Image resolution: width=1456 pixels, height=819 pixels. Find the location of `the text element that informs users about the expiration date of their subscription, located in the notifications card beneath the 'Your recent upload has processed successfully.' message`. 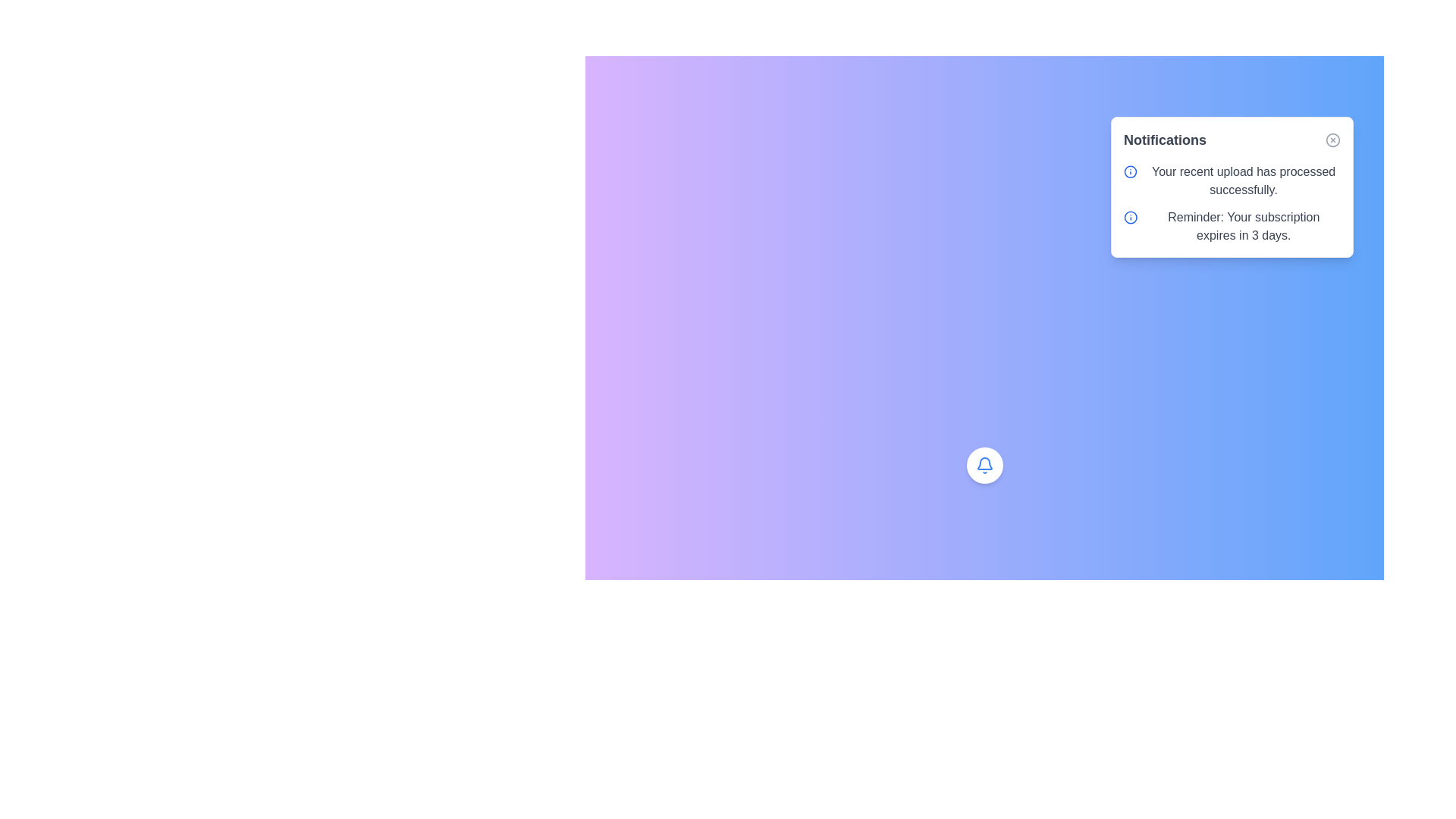

the text element that informs users about the expiration date of their subscription, located in the notifications card beneath the 'Your recent upload has processed successfully.' message is located at coordinates (1244, 227).